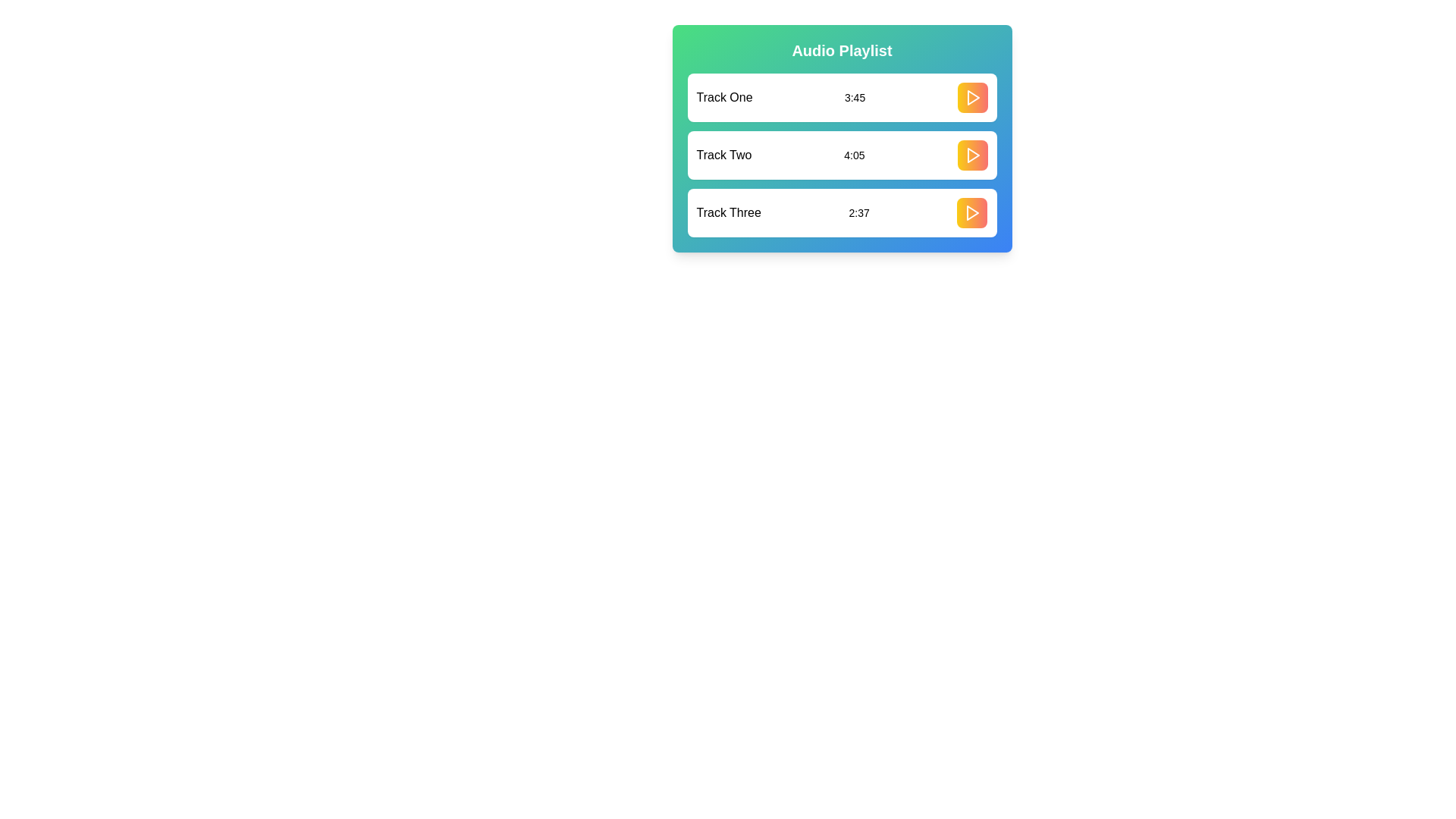 The height and width of the screenshot is (819, 1456). What do you see at coordinates (855, 155) in the screenshot?
I see `the text label displaying the duration of 'Track Two', which is located in the second row of track items, aligned to the right of 'Track Two' and next to the play button` at bounding box center [855, 155].